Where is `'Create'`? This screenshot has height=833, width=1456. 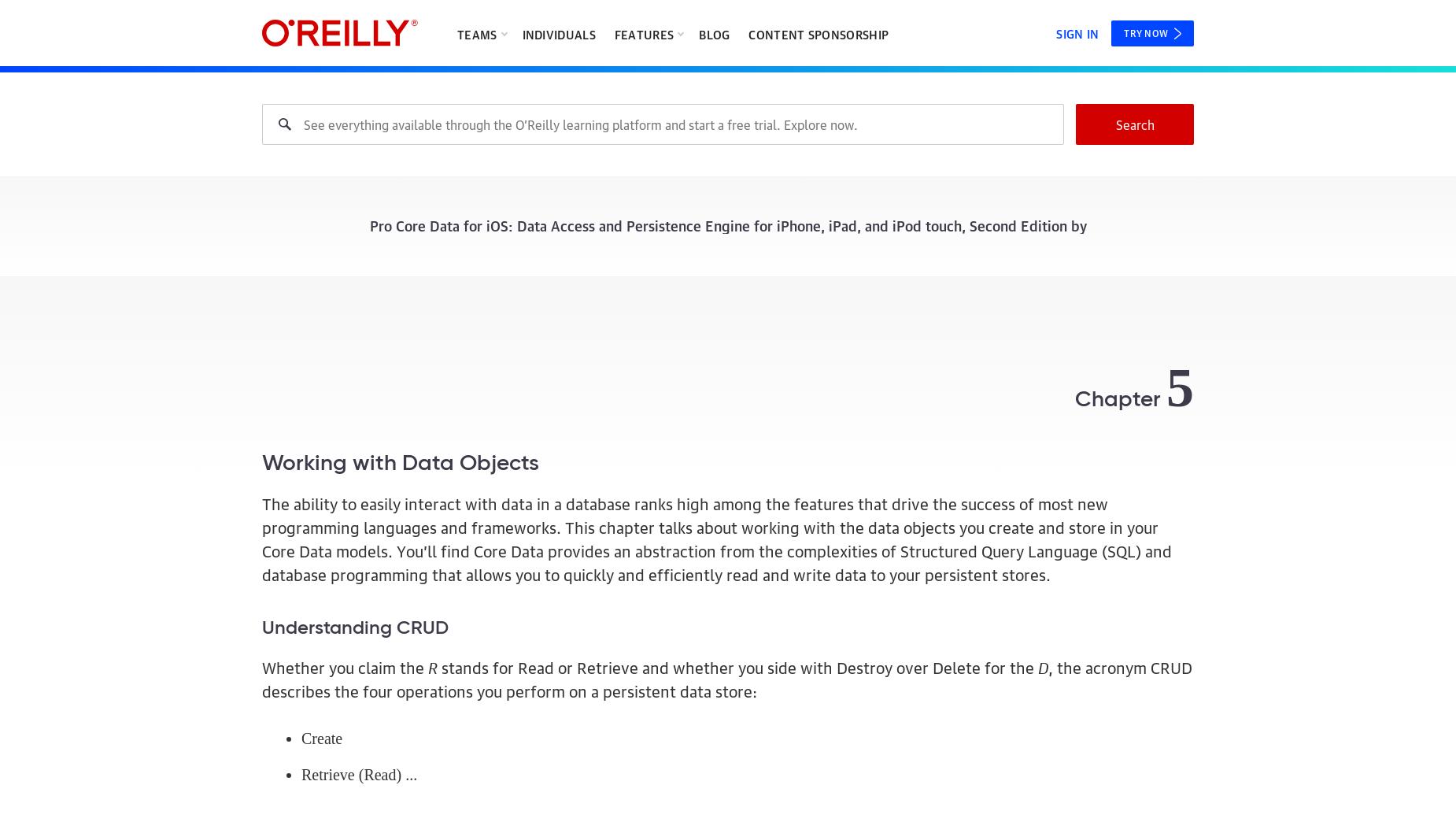
'Create' is located at coordinates (321, 737).